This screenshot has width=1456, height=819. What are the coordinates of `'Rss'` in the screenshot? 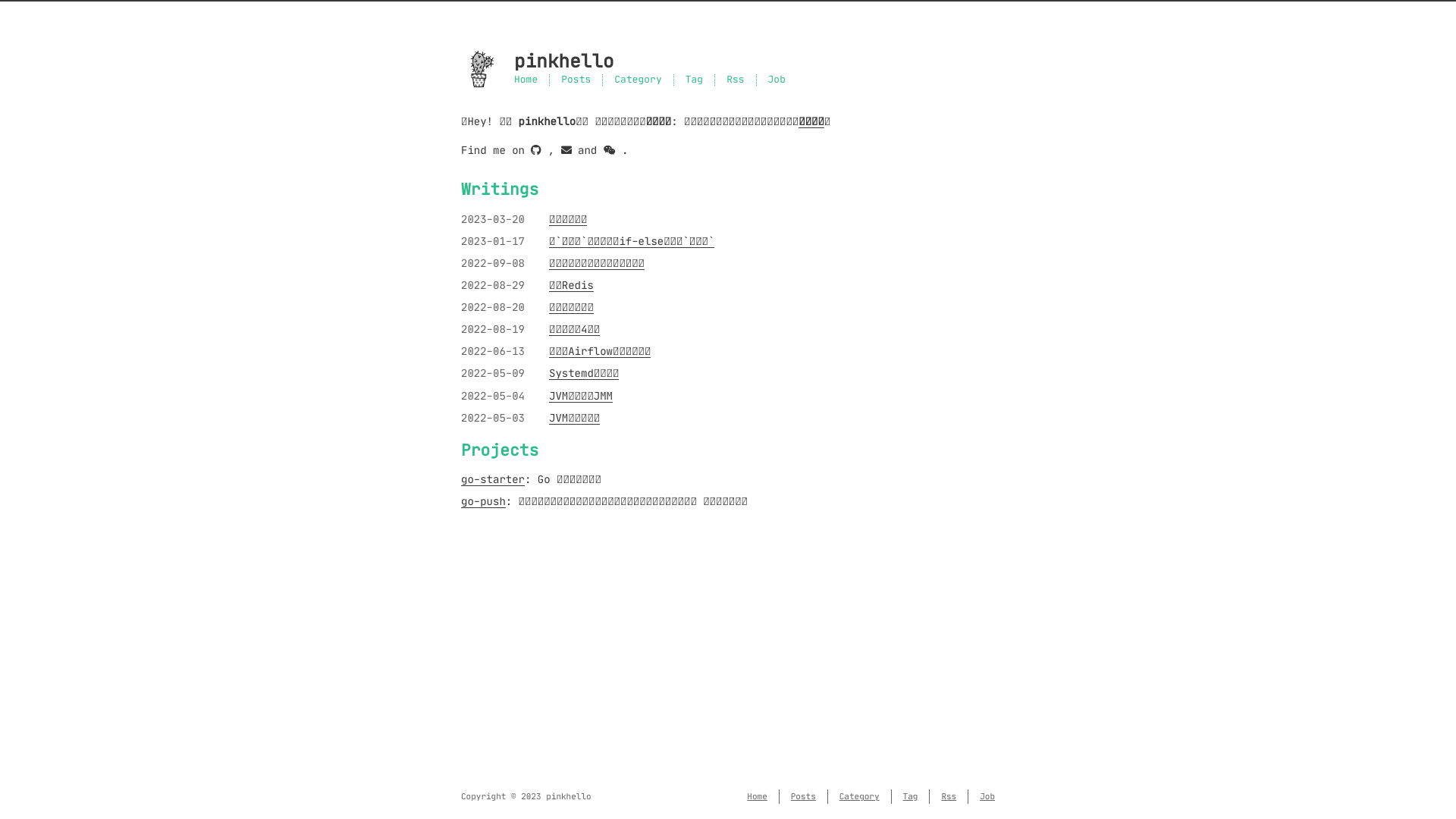 It's located at (726, 80).